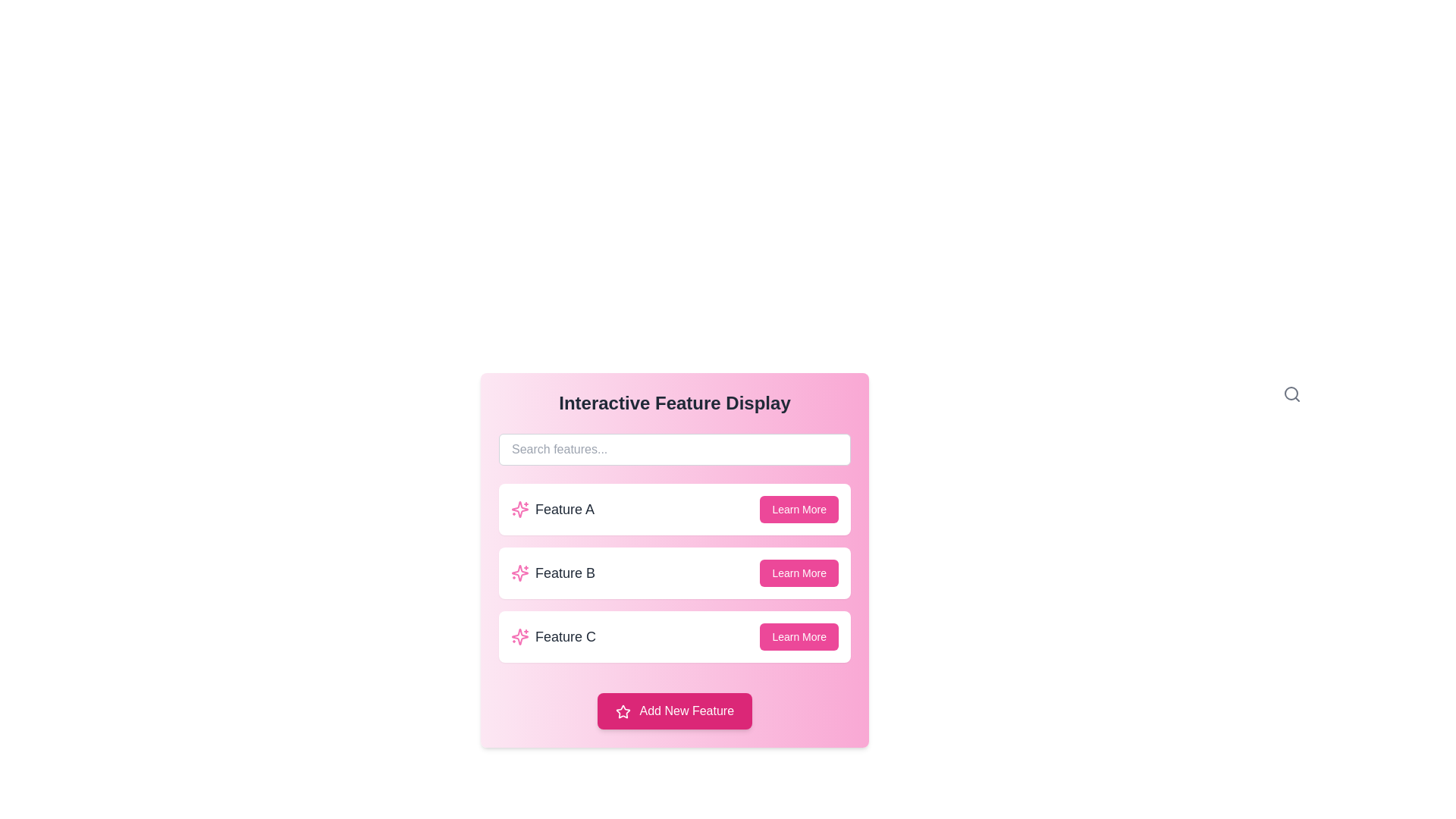  What do you see at coordinates (552, 573) in the screenshot?
I see `the Text Label that identifies 'Feature B', which is centrally aligned between a pink sparkle icon and a 'Learn More' button in the second row of the feature list` at bounding box center [552, 573].